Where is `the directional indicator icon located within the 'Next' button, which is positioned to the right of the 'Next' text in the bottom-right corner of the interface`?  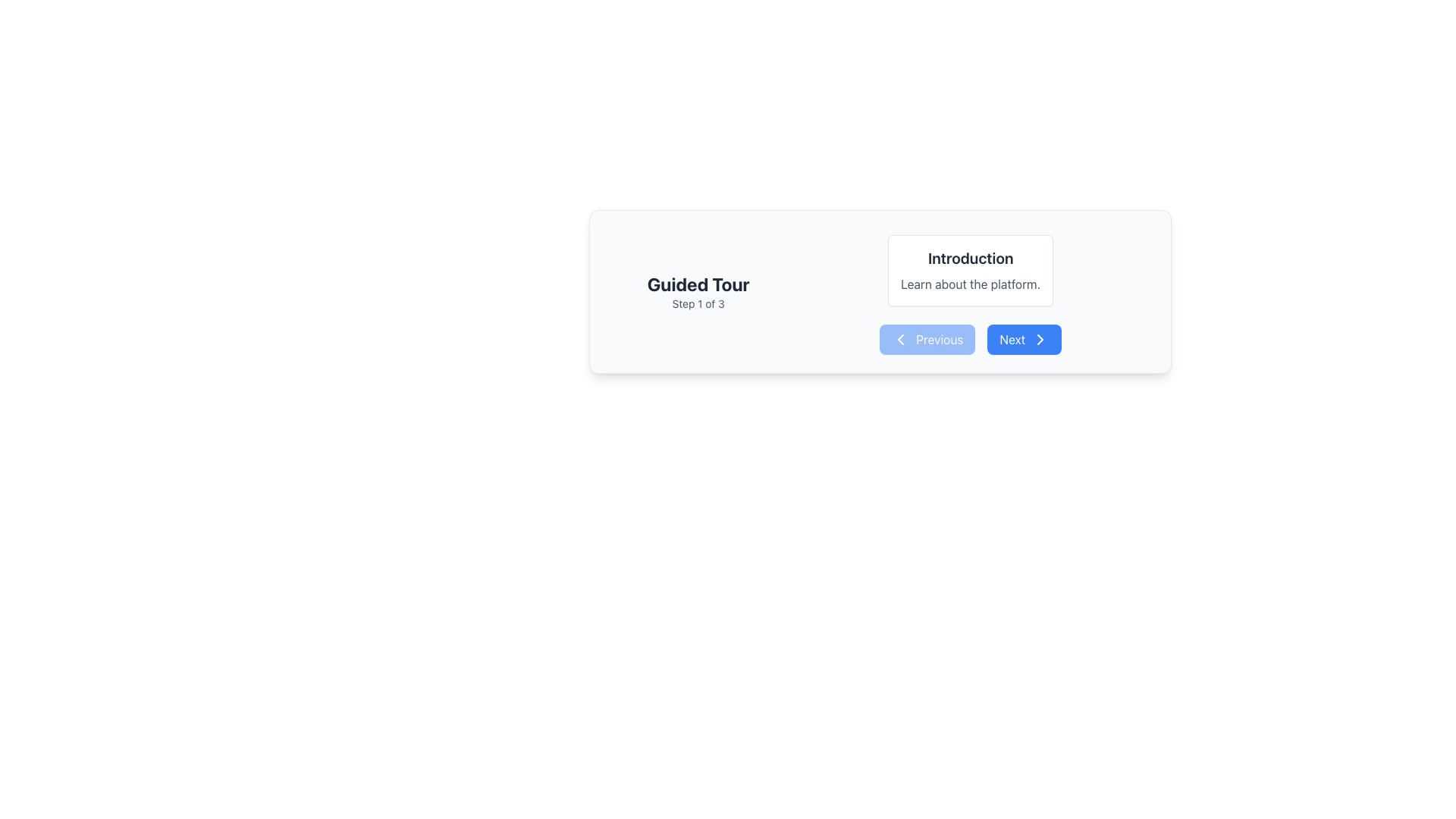 the directional indicator icon located within the 'Next' button, which is positioned to the right of the 'Next' text in the bottom-right corner of the interface is located at coordinates (1040, 338).